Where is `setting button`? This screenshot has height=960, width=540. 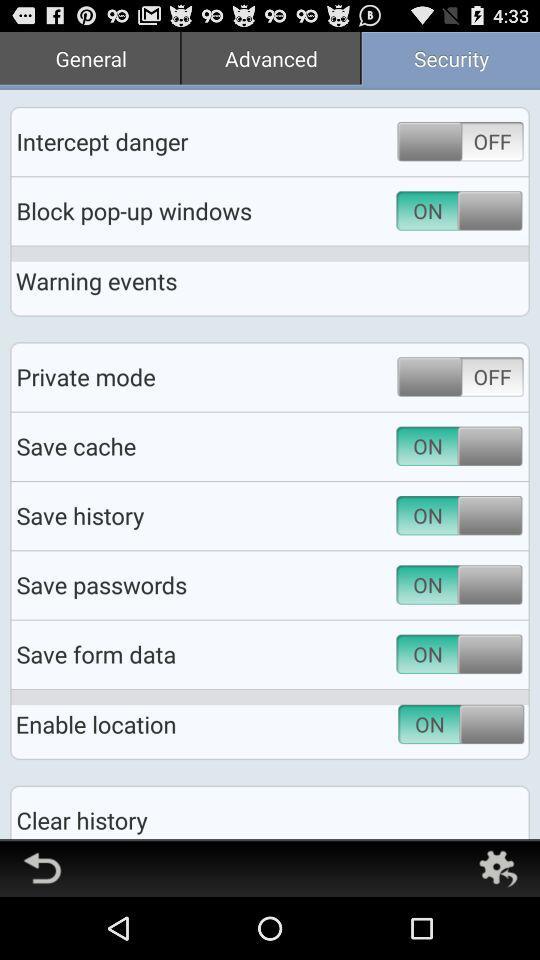 setting button is located at coordinates (496, 867).